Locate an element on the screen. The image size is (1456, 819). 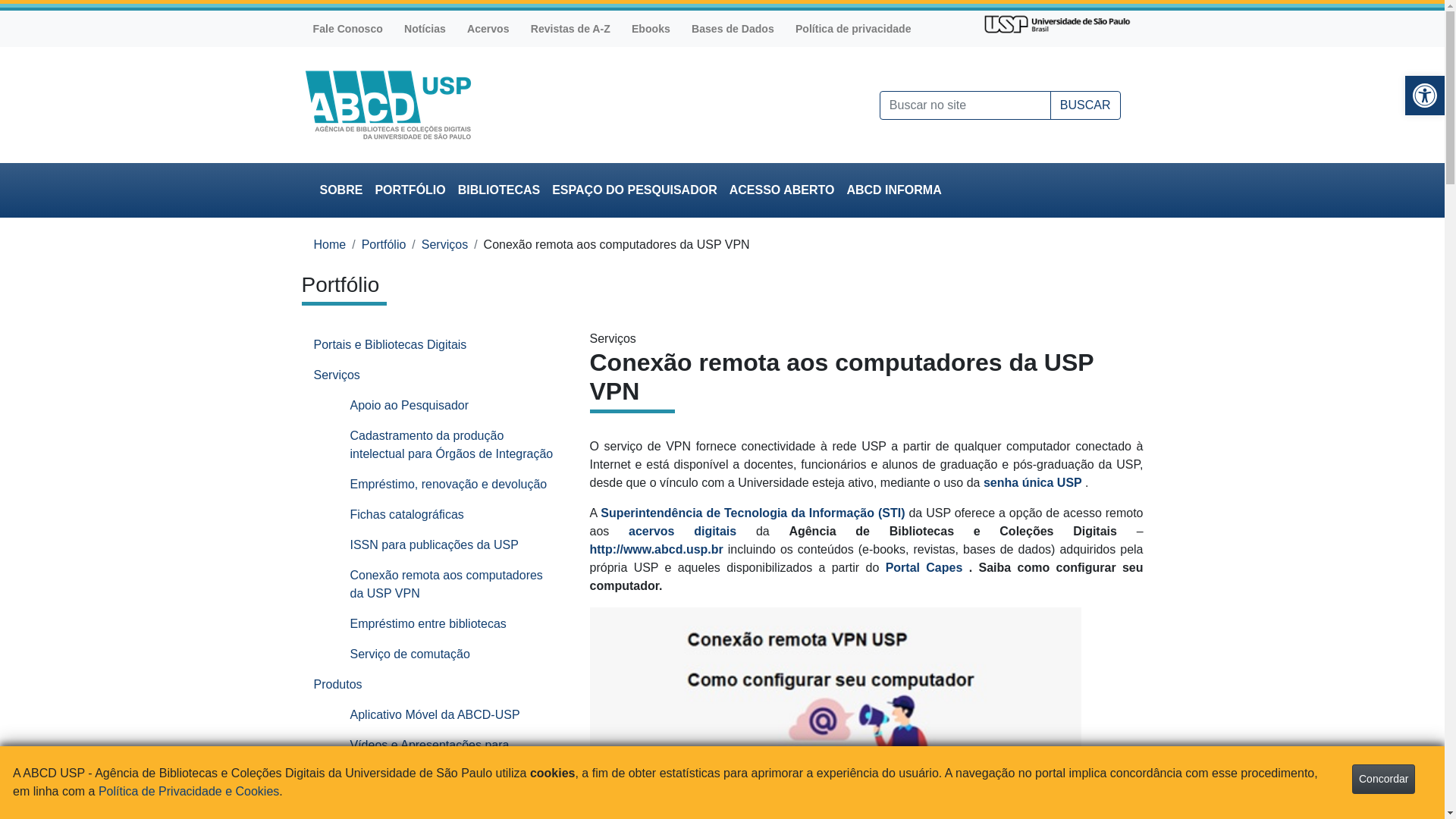
'Barra de Ferramentas Aberta is located at coordinates (1423, 96).